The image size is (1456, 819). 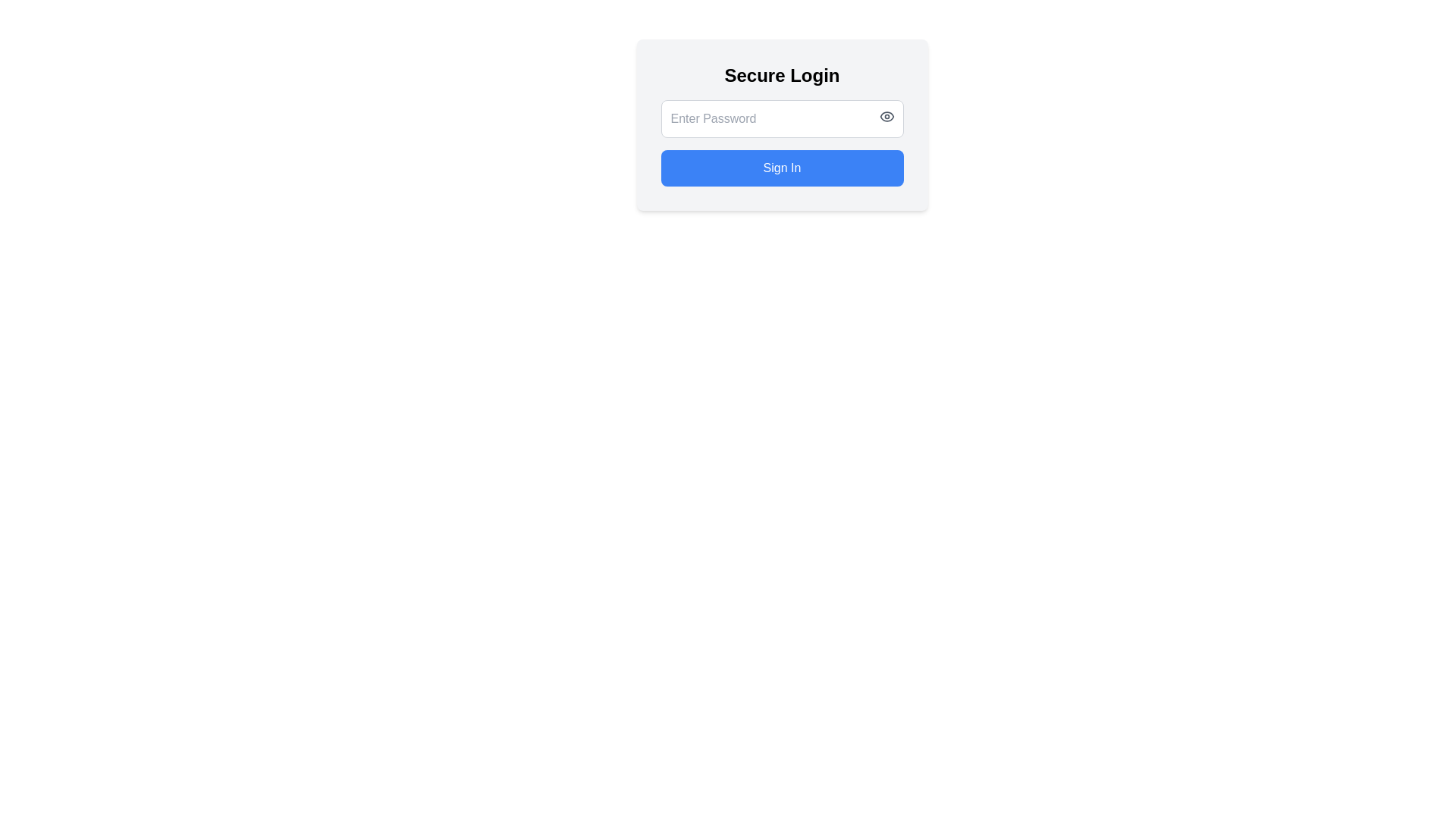 What do you see at coordinates (782, 168) in the screenshot?
I see `the 'Sign In' button with a blue background and white text within the 'Secure Login' interface to change its shade` at bounding box center [782, 168].